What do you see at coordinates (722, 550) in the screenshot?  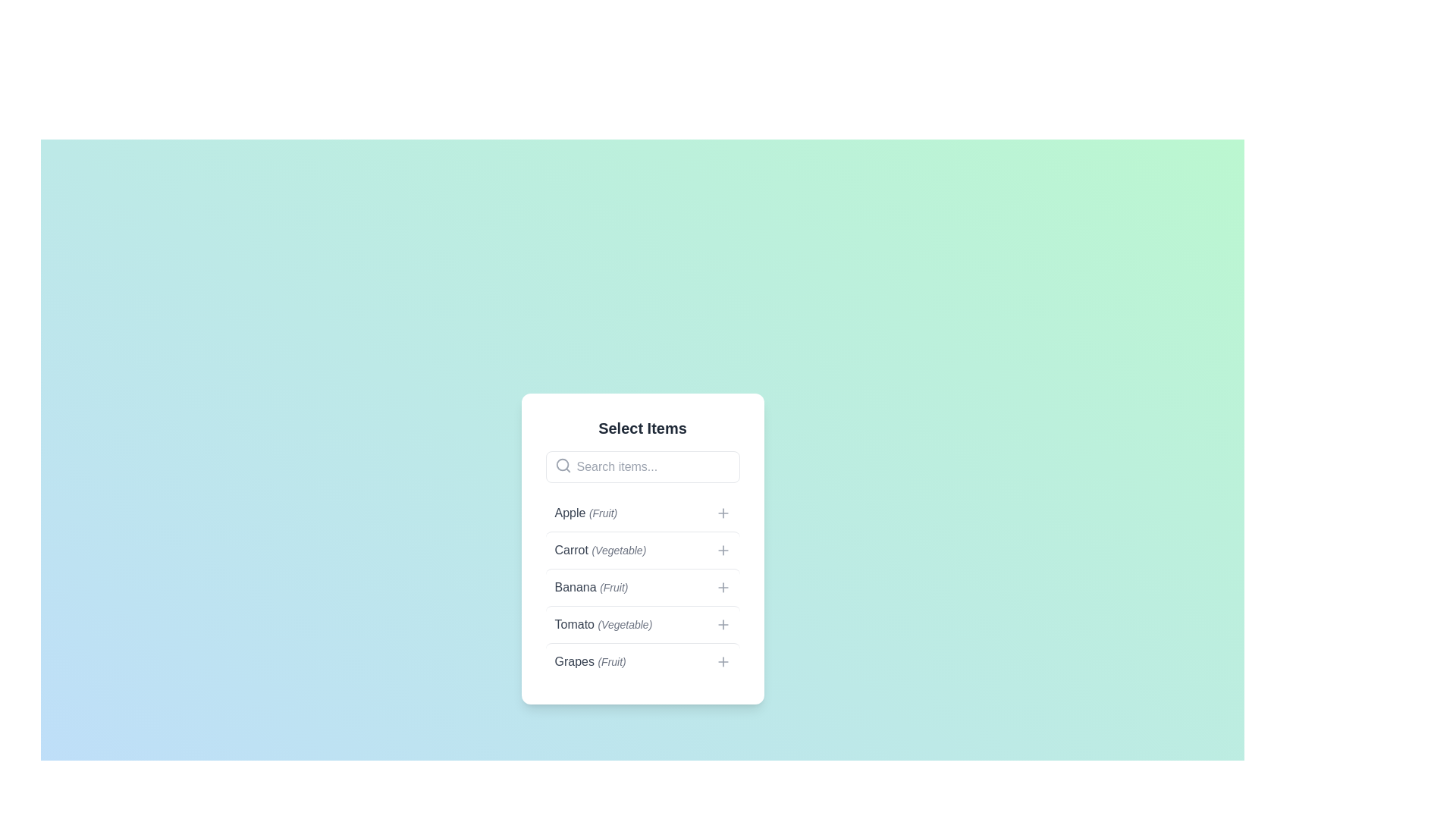 I see `the plus icon button associated with the 'Carrot (Vegetable)' list item` at bounding box center [722, 550].